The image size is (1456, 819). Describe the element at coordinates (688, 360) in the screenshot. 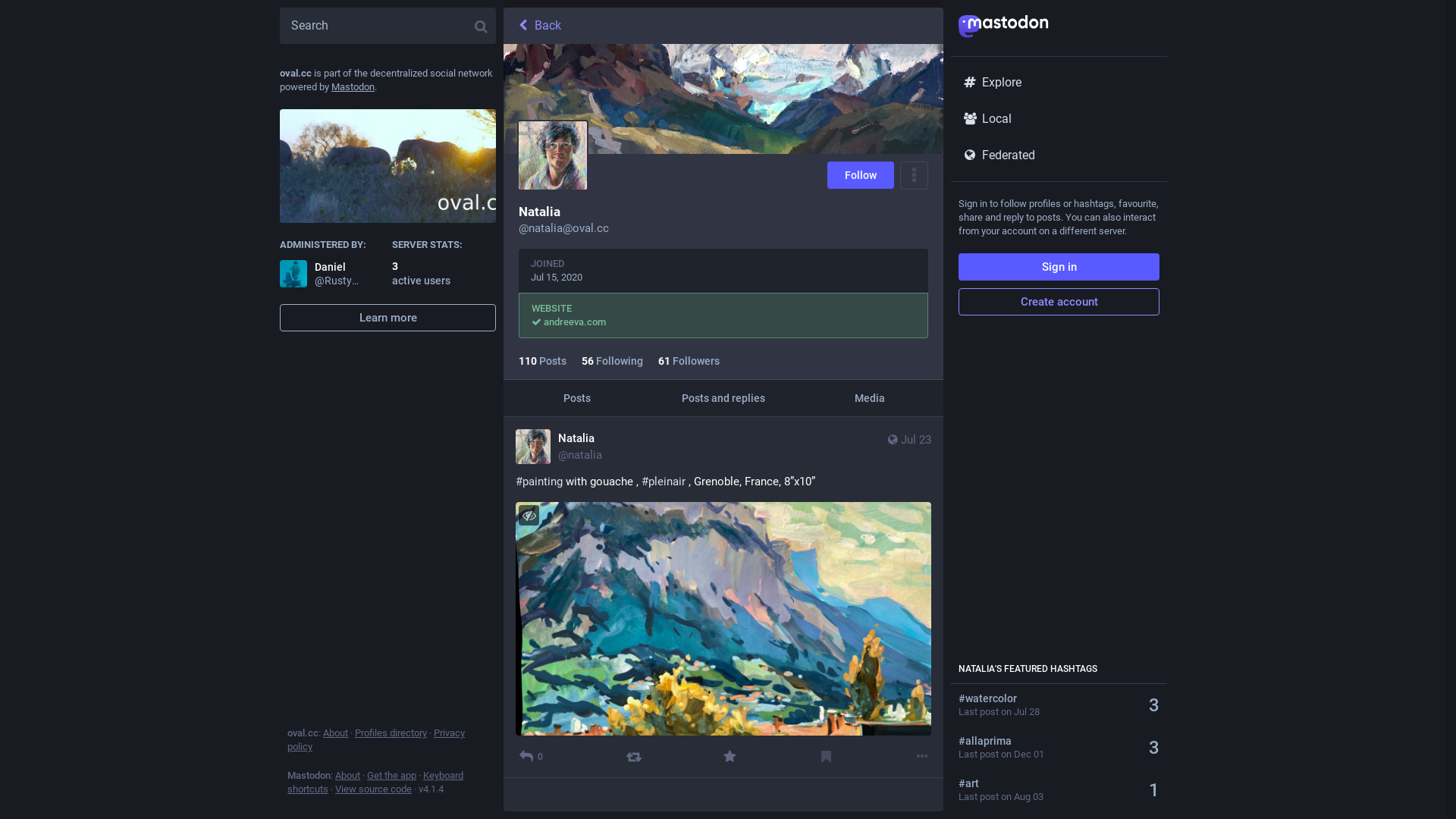

I see `'61 Followers'` at that location.